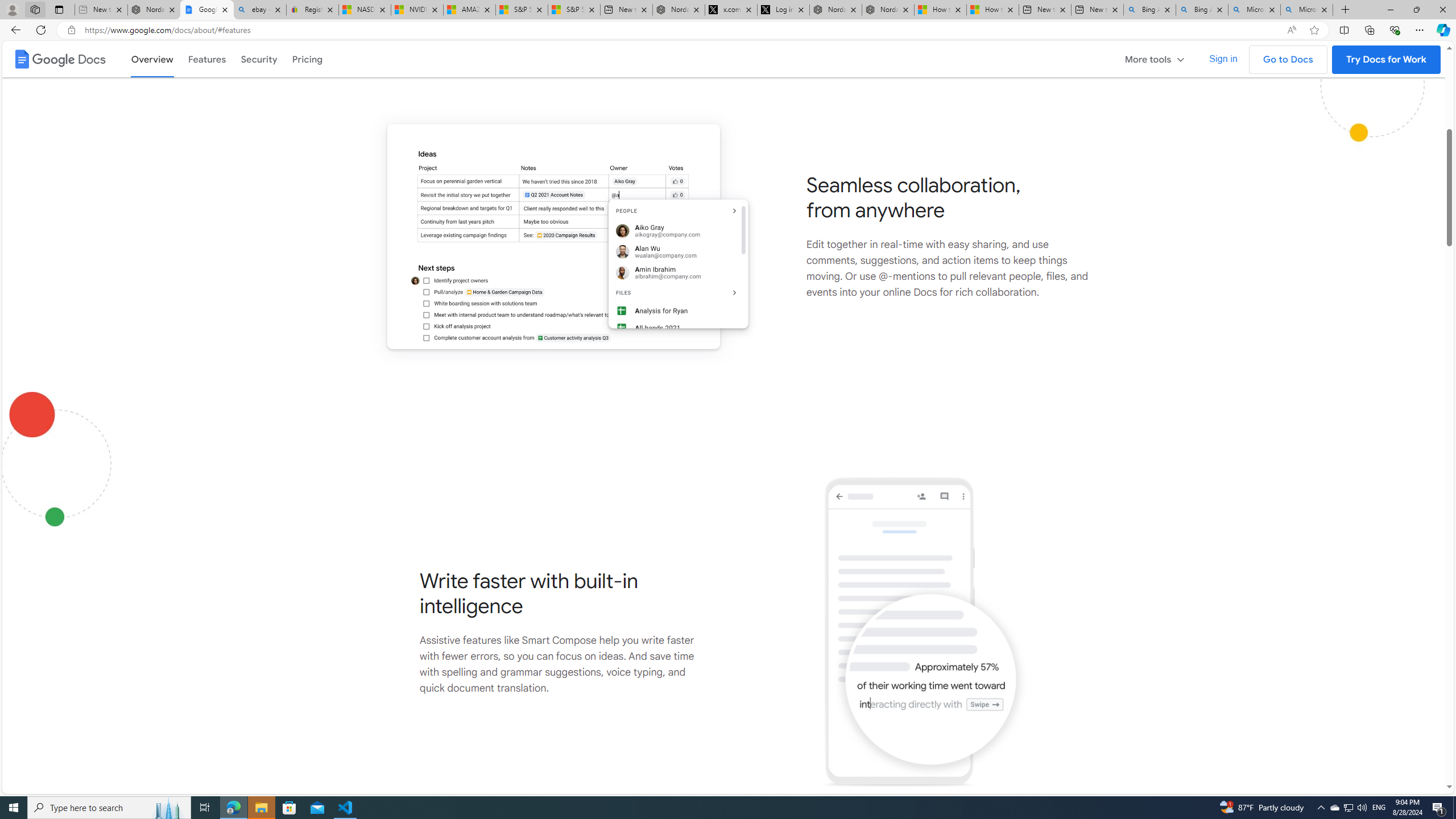  What do you see at coordinates (1306, 9) in the screenshot?
I see `'Microsoft Bing Timeline - Search'` at bounding box center [1306, 9].